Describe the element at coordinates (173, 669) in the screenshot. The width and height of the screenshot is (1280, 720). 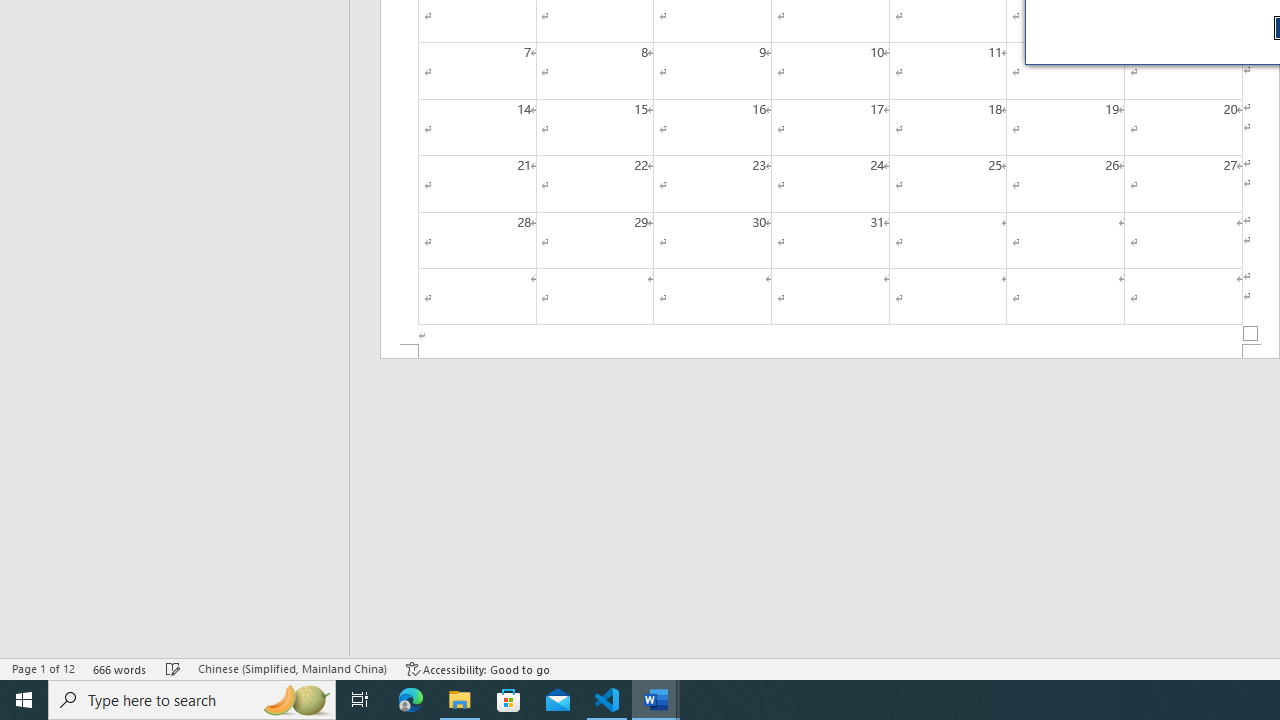
I see `'Spelling and Grammar Check Checking'` at that location.